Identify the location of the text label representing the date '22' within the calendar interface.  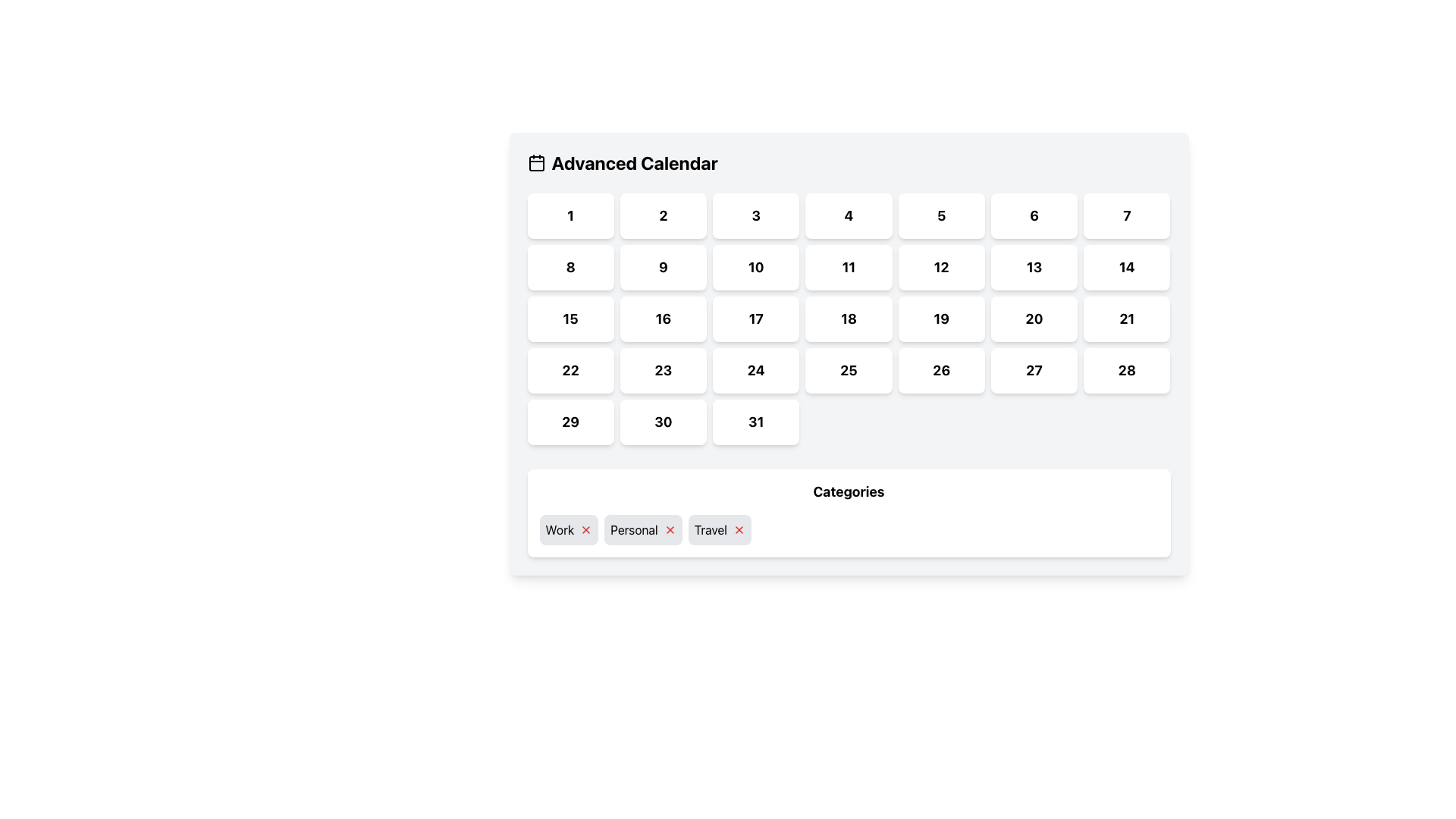
(570, 370).